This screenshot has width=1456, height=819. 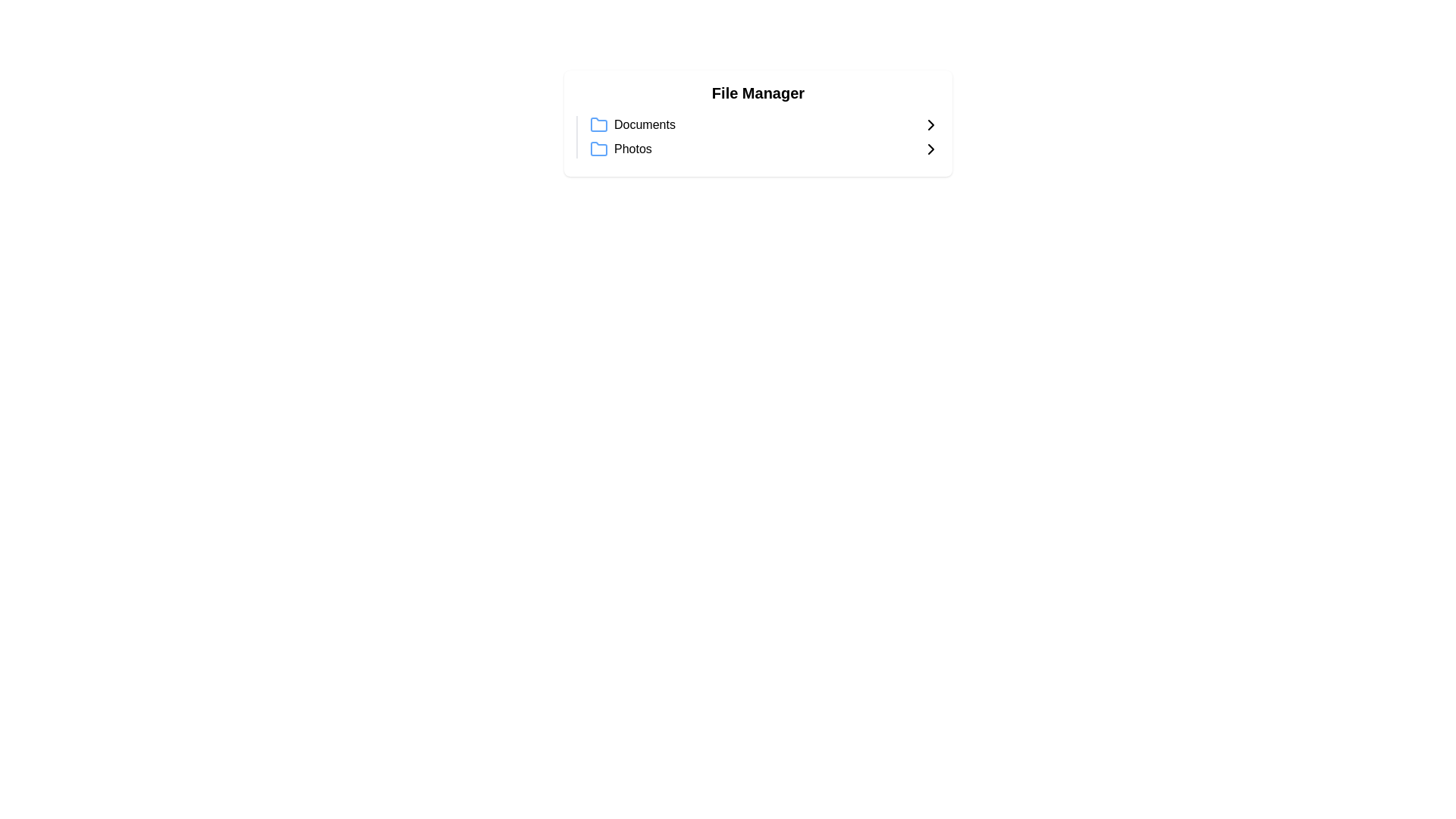 I want to click on the 'Photos' text label located directly below the 'Documents' entry in the File Manager interface, so click(x=632, y=149).